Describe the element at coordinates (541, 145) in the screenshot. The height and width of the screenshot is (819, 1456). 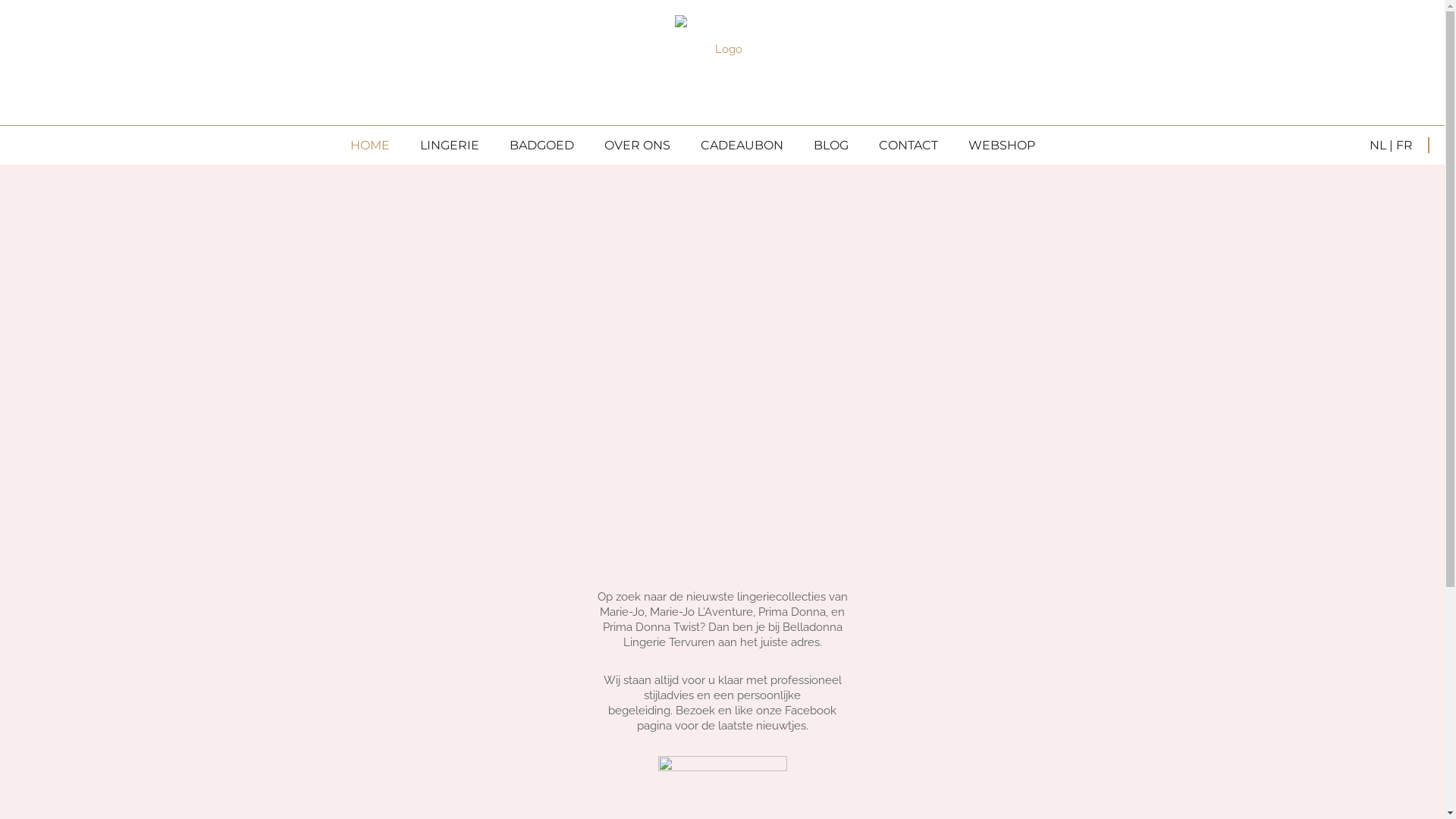
I see `'BADGOED'` at that location.